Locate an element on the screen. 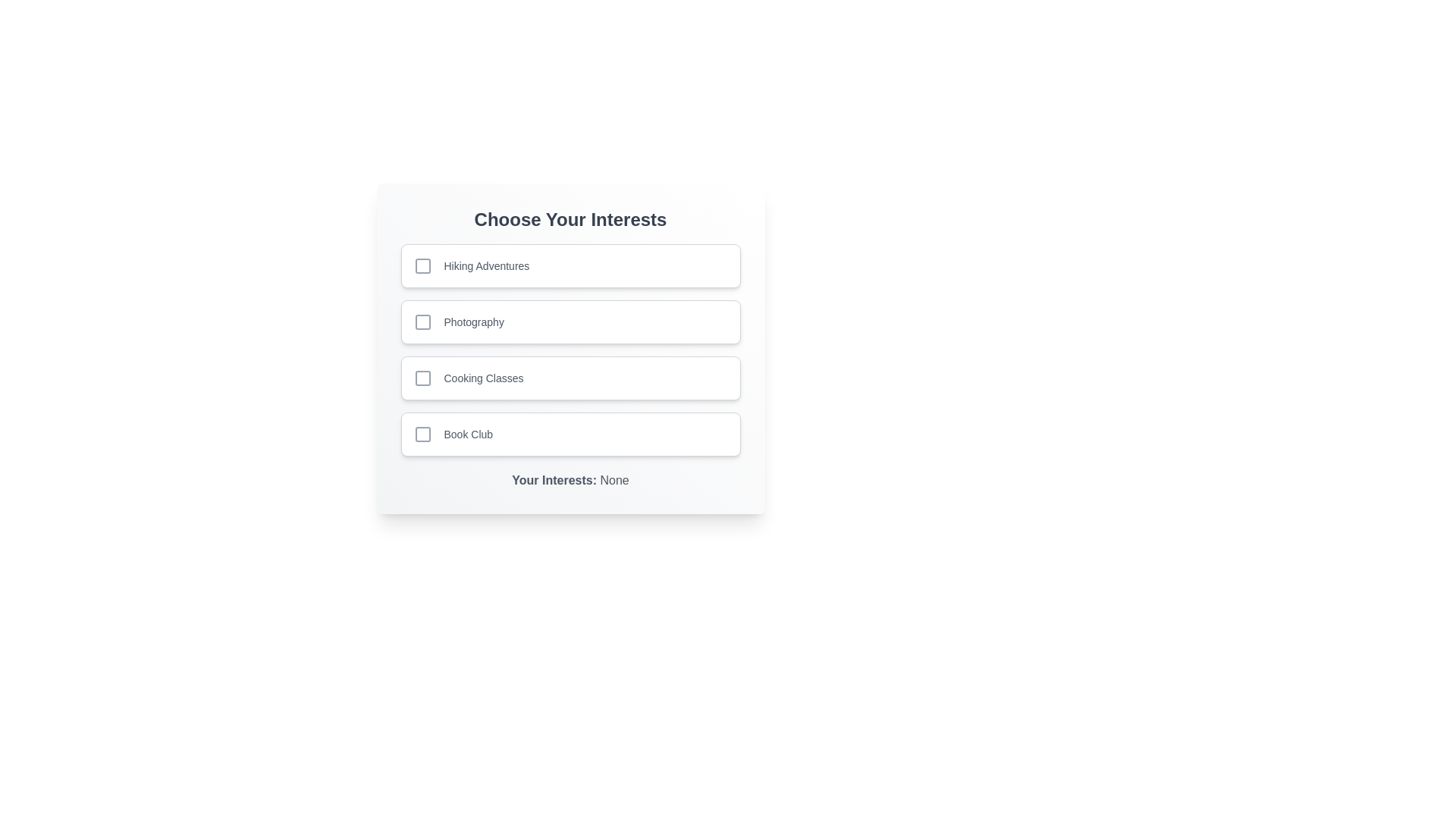 The image size is (1456, 819). text label identifying the associated selectable option 'Book Club' within the bottommost item of the vertically arranged list, located to the immediate right of the square checkbox icon is located at coordinates (467, 435).